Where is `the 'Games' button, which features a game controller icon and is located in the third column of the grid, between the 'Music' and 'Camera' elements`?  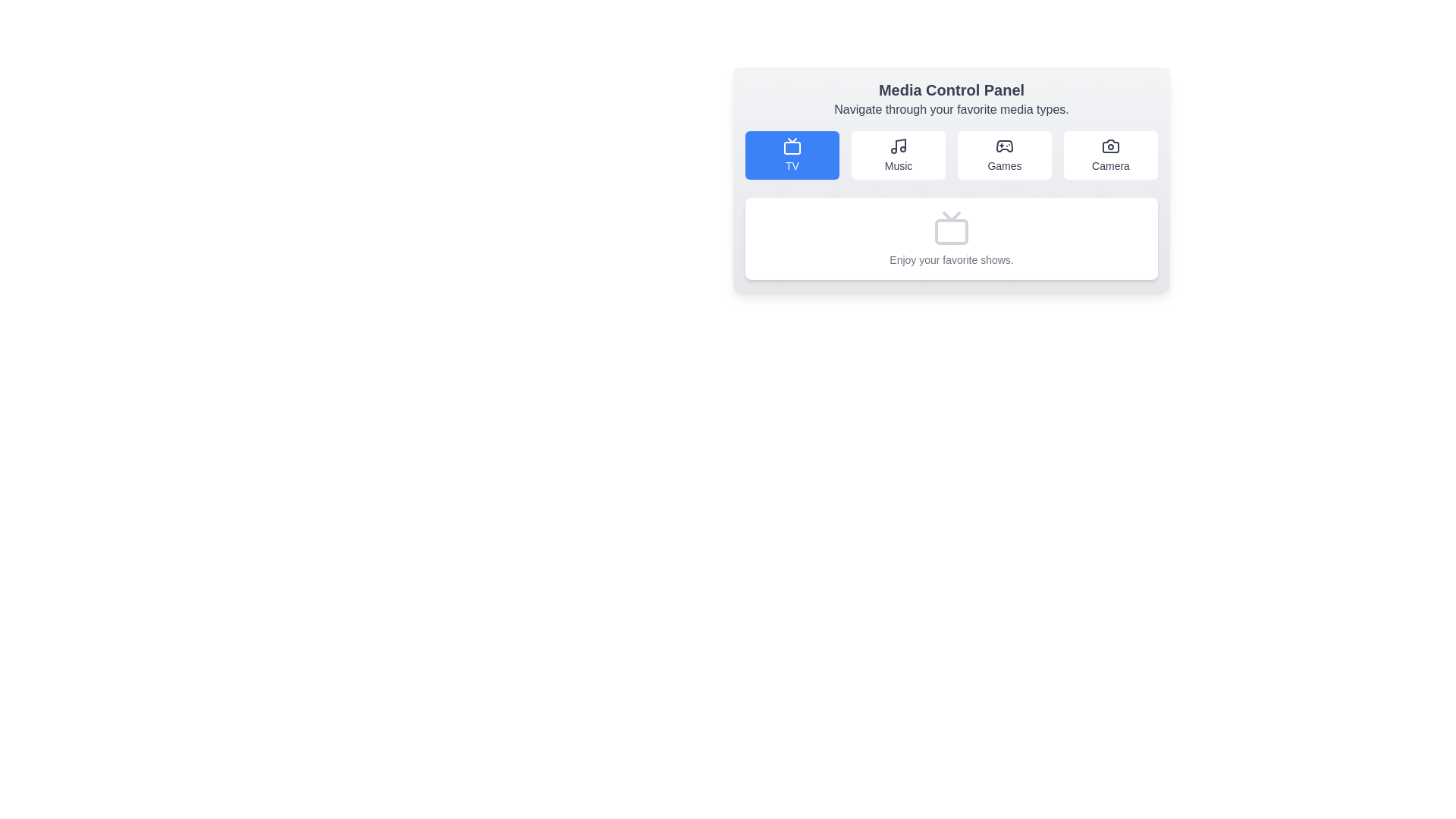
the 'Games' button, which features a game controller icon and is located in the third column of the grid, between the 'Music' and 'Camera' elements is located at coordinates (1004, 155).